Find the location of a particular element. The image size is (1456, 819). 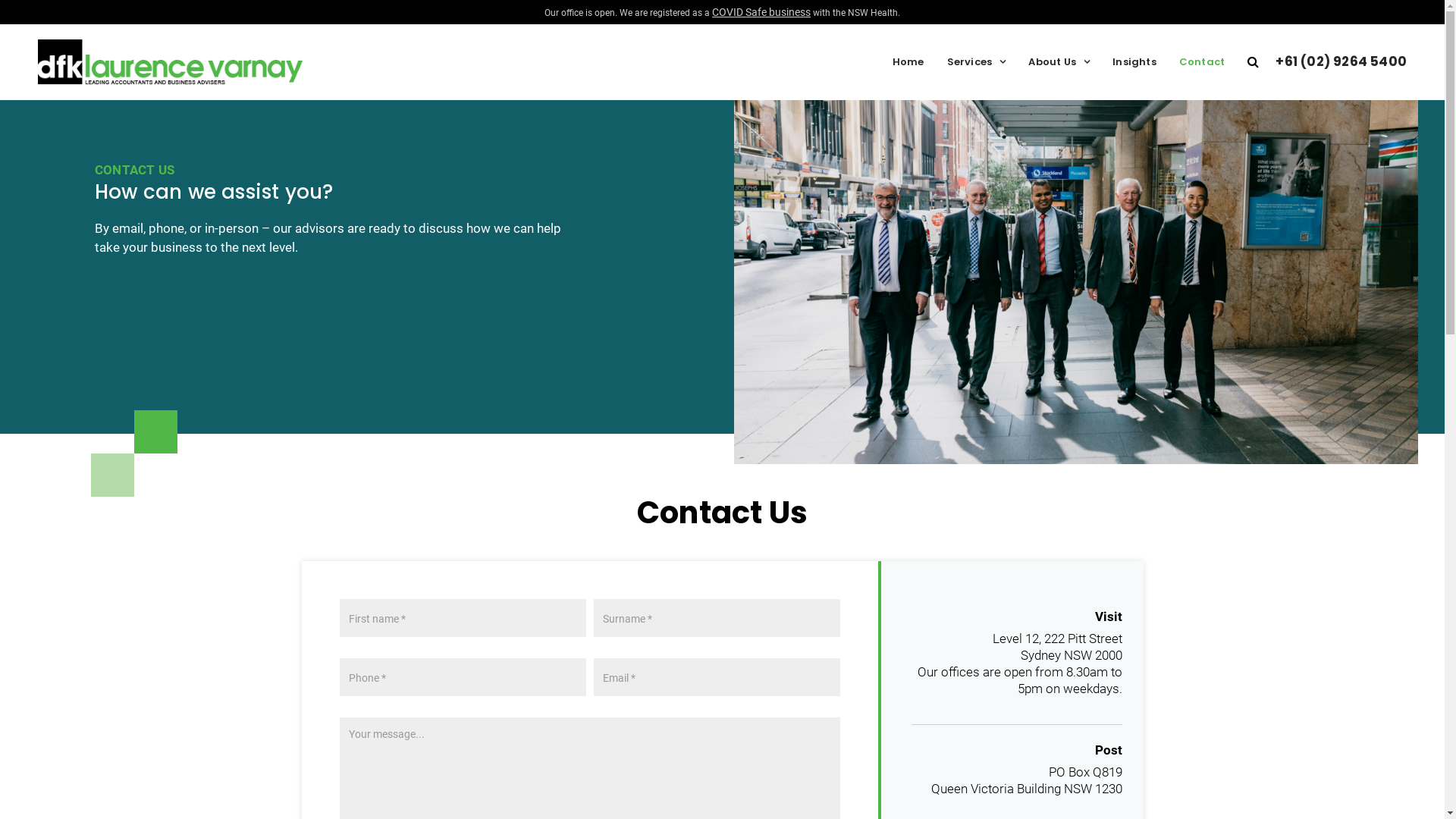

'COVID Safe business' is located at coordinates (761, 11).